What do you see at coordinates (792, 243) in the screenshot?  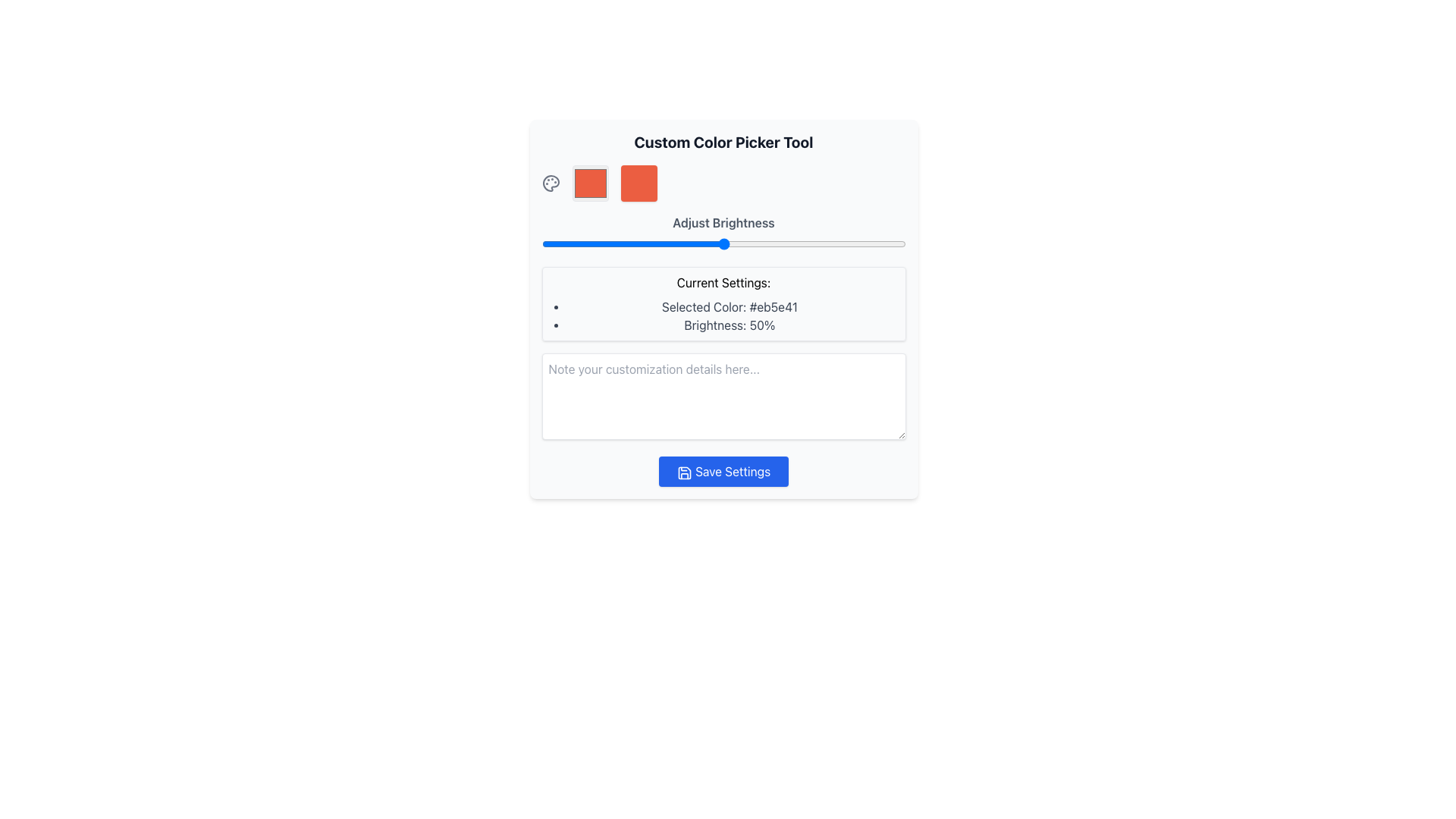 I see `brightness` at bounding box center [792, 243].